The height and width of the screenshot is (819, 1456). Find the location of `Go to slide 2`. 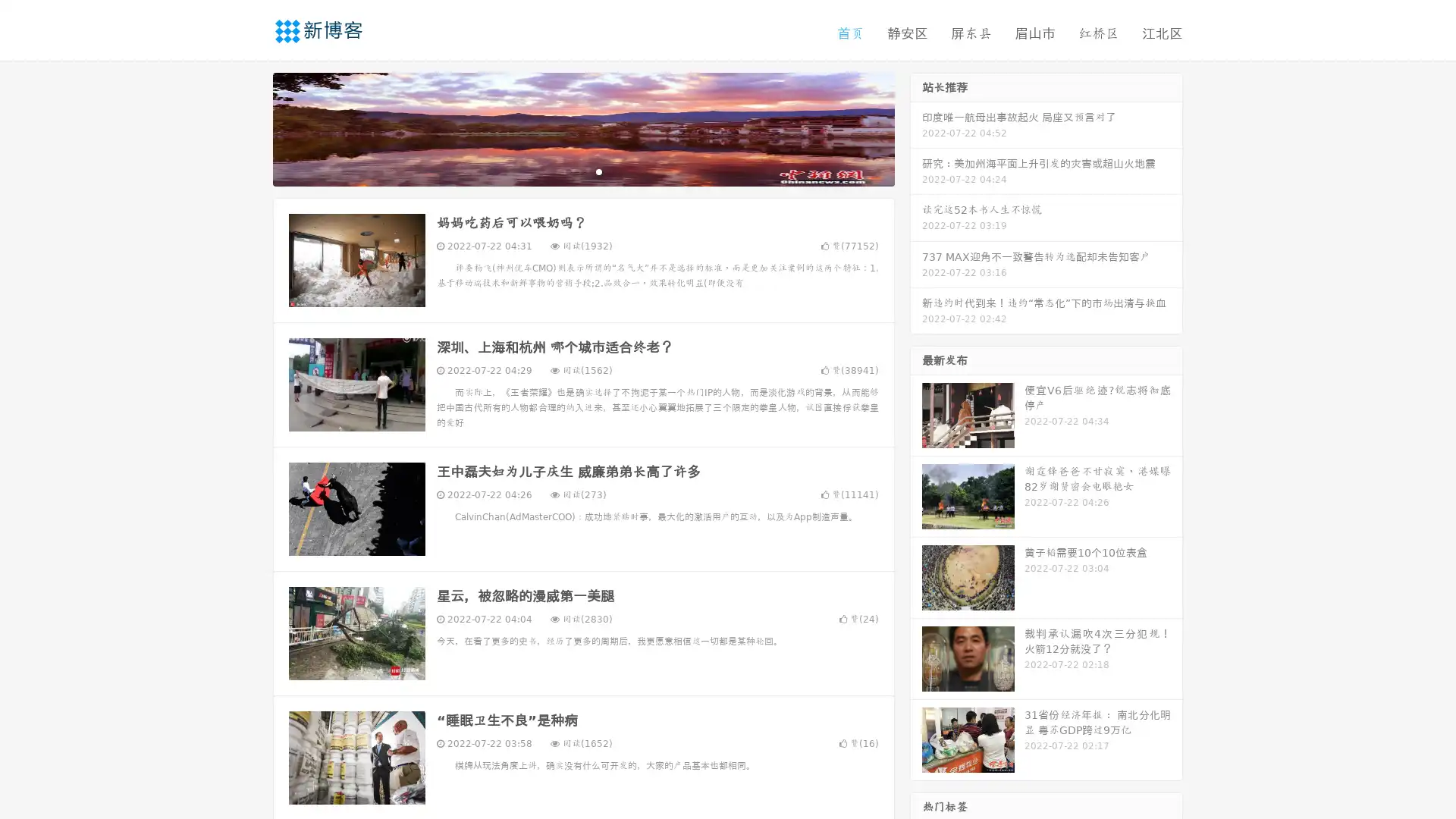

Go to slide 2 is located at coordinates (582, 171).